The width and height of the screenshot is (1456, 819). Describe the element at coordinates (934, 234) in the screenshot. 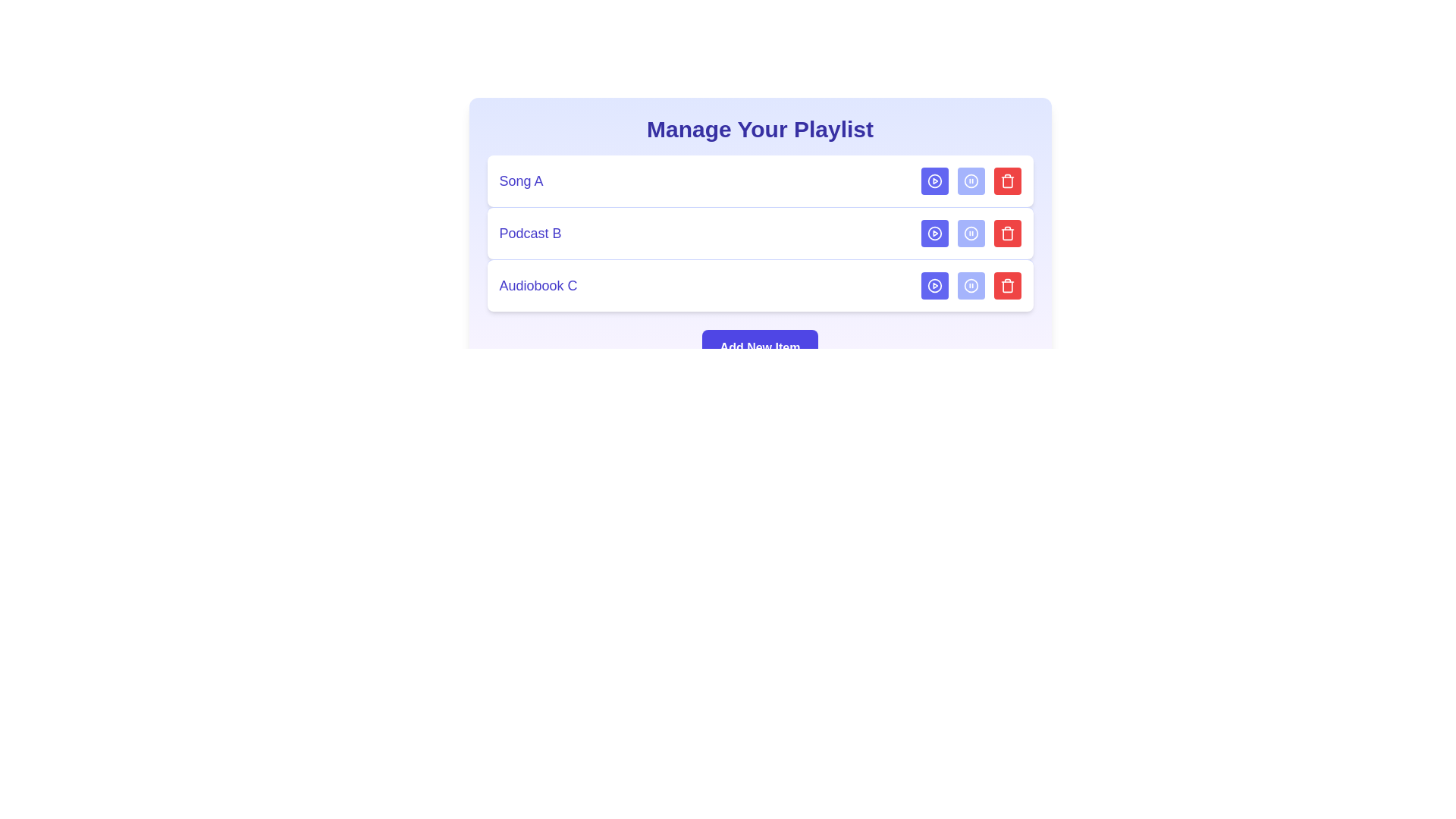

I see `'Play' button for the media item Podcast B` at that location.